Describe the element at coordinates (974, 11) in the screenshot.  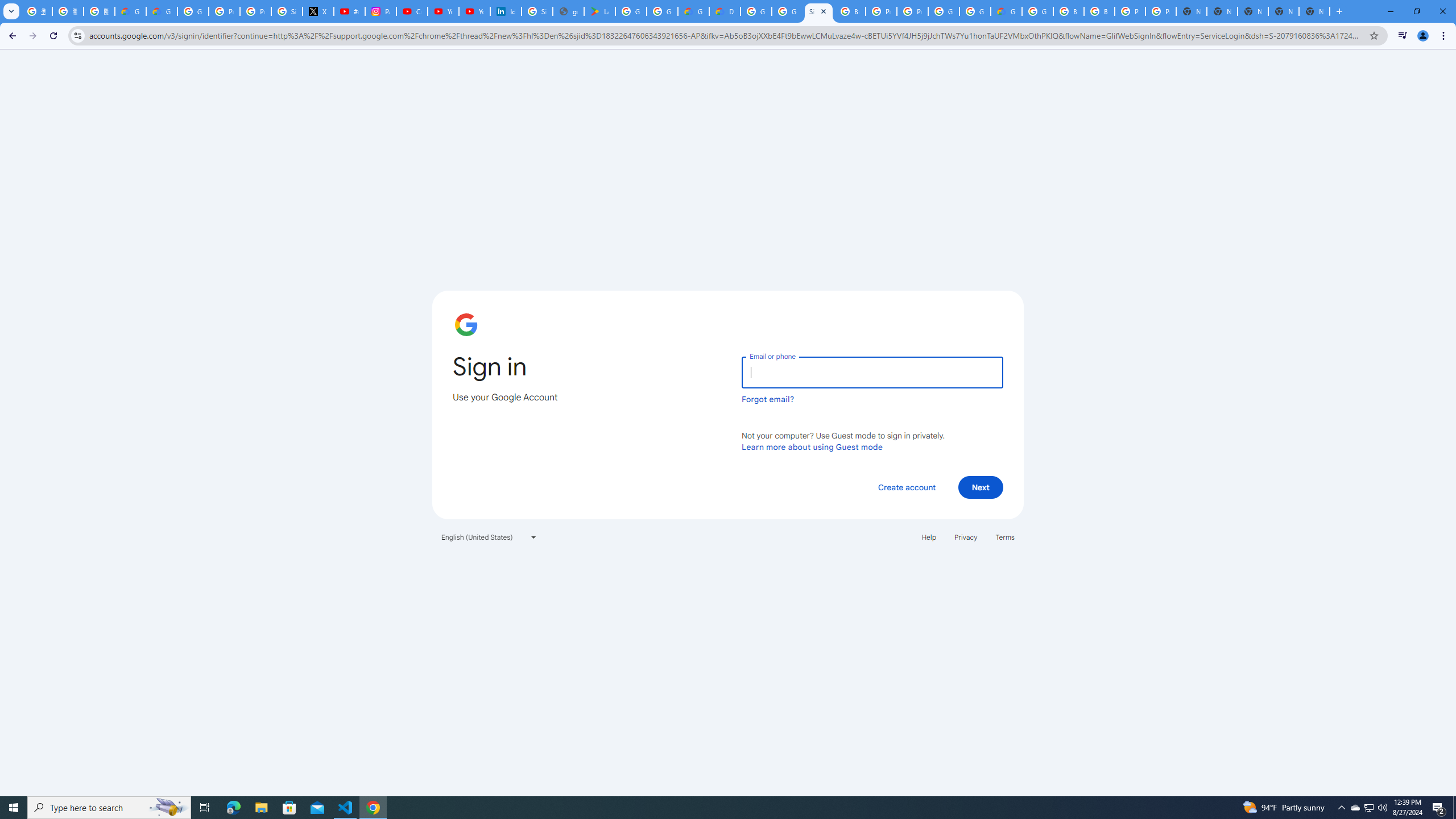
I see `'Google Cloud Platform'` at that location.